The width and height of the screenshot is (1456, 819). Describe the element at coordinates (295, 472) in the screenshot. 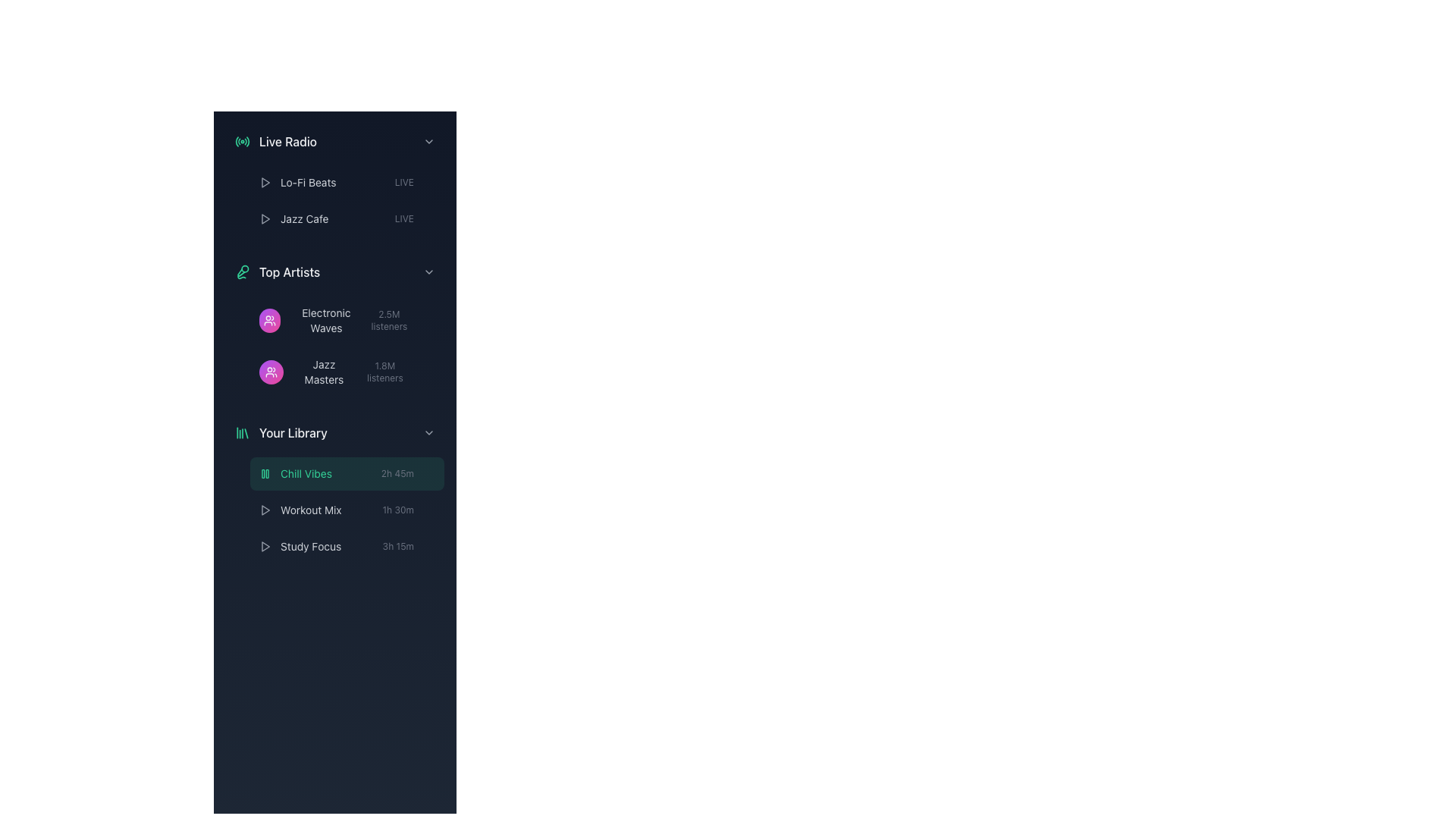

I see `the 'Chill Vibes' text label` at that location.